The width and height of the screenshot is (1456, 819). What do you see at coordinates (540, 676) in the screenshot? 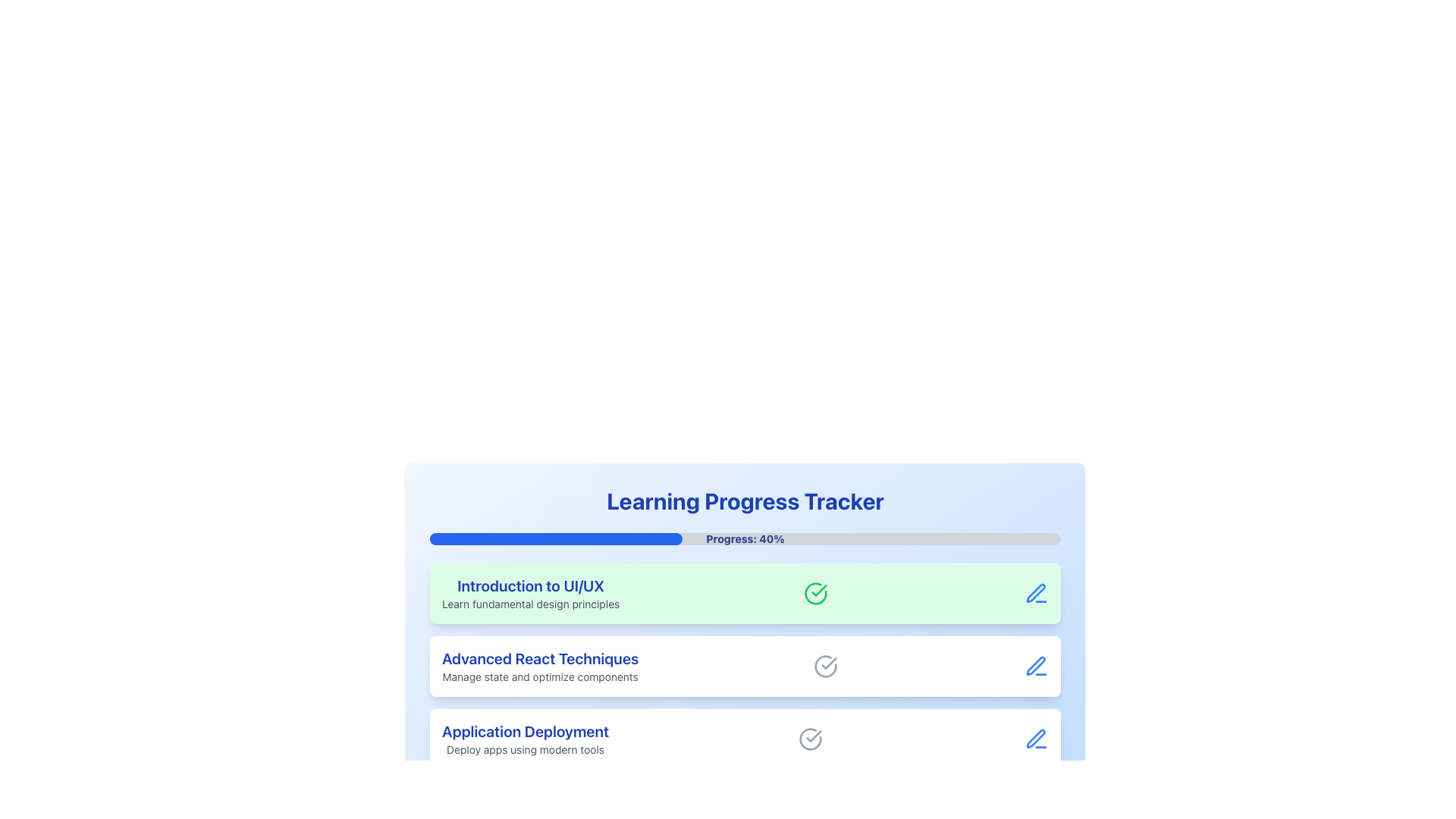
I see `the text label that reads 'Manage state and optimize components', which is styled in a small gray font and located beneath the bold blue title 'Advanced React Techniques'` at bounding box center [540, 676].